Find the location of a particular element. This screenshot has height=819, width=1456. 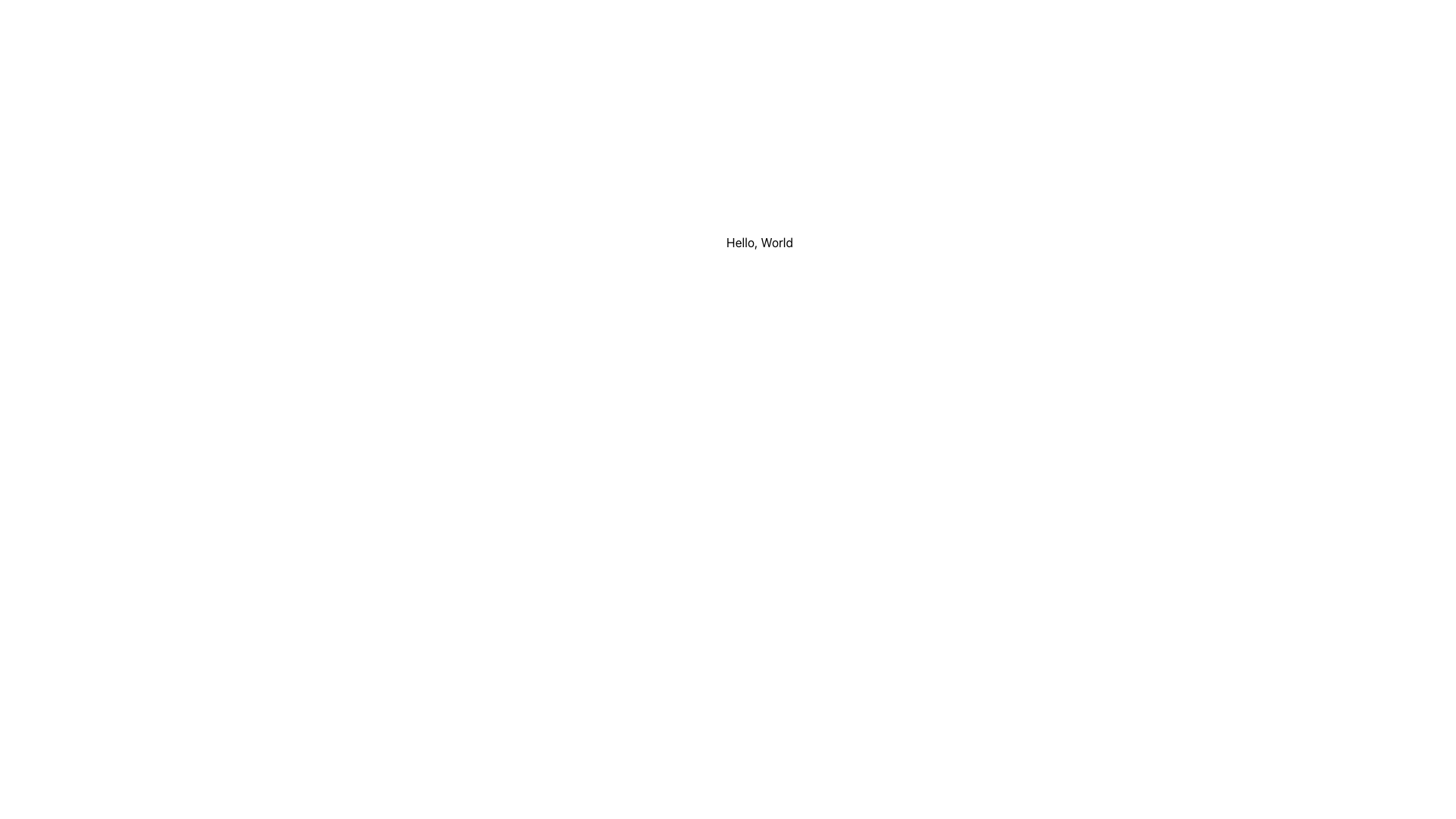

text displayed in the centrally aligned Text display that shows 'Hello, World' is located at coordinates (760, 242).